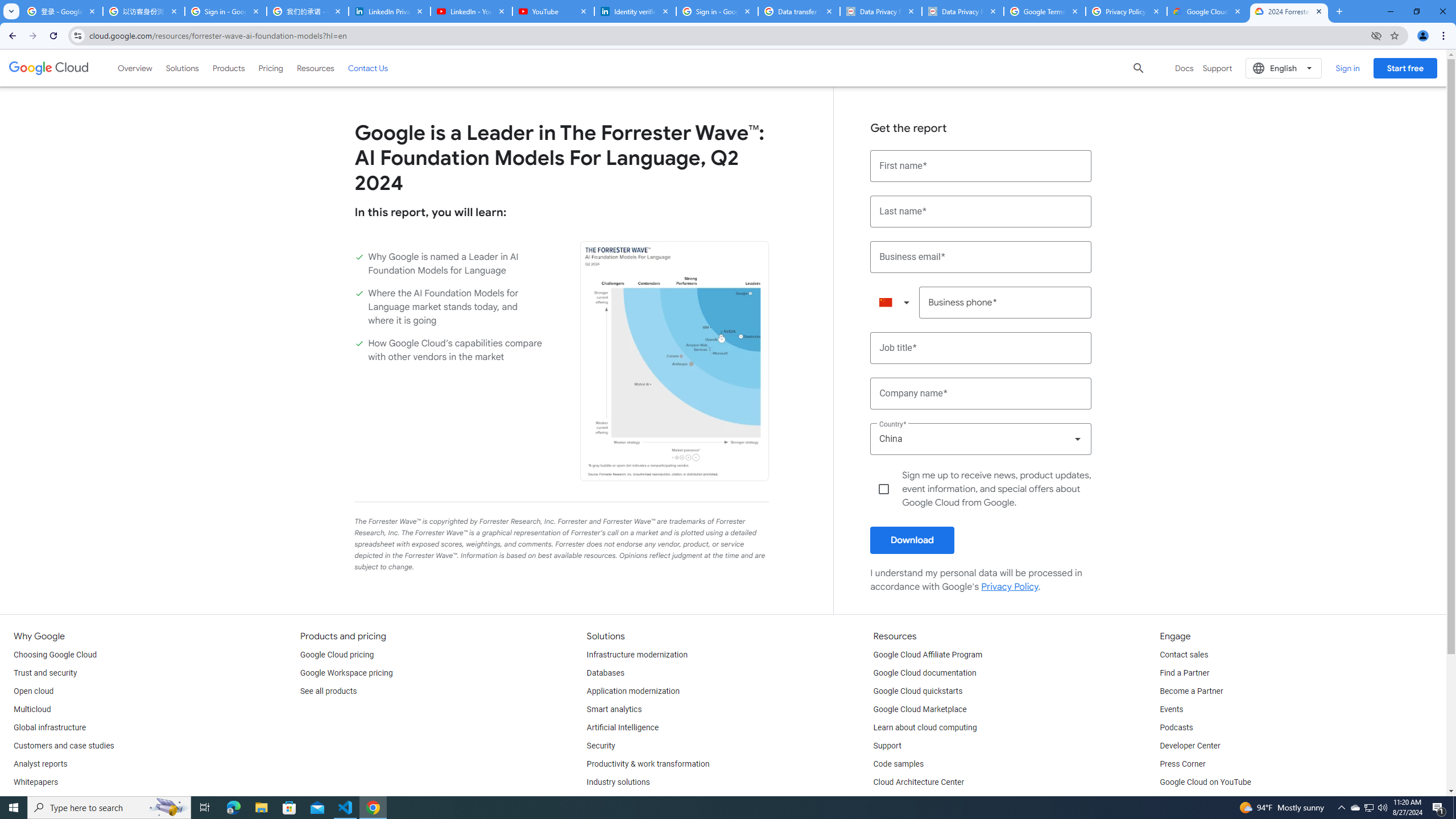  What do you see at coordinates (638, 655) in the screenshot?
I see `'Infrastructure modernization'` at bounding box center [638, 655].